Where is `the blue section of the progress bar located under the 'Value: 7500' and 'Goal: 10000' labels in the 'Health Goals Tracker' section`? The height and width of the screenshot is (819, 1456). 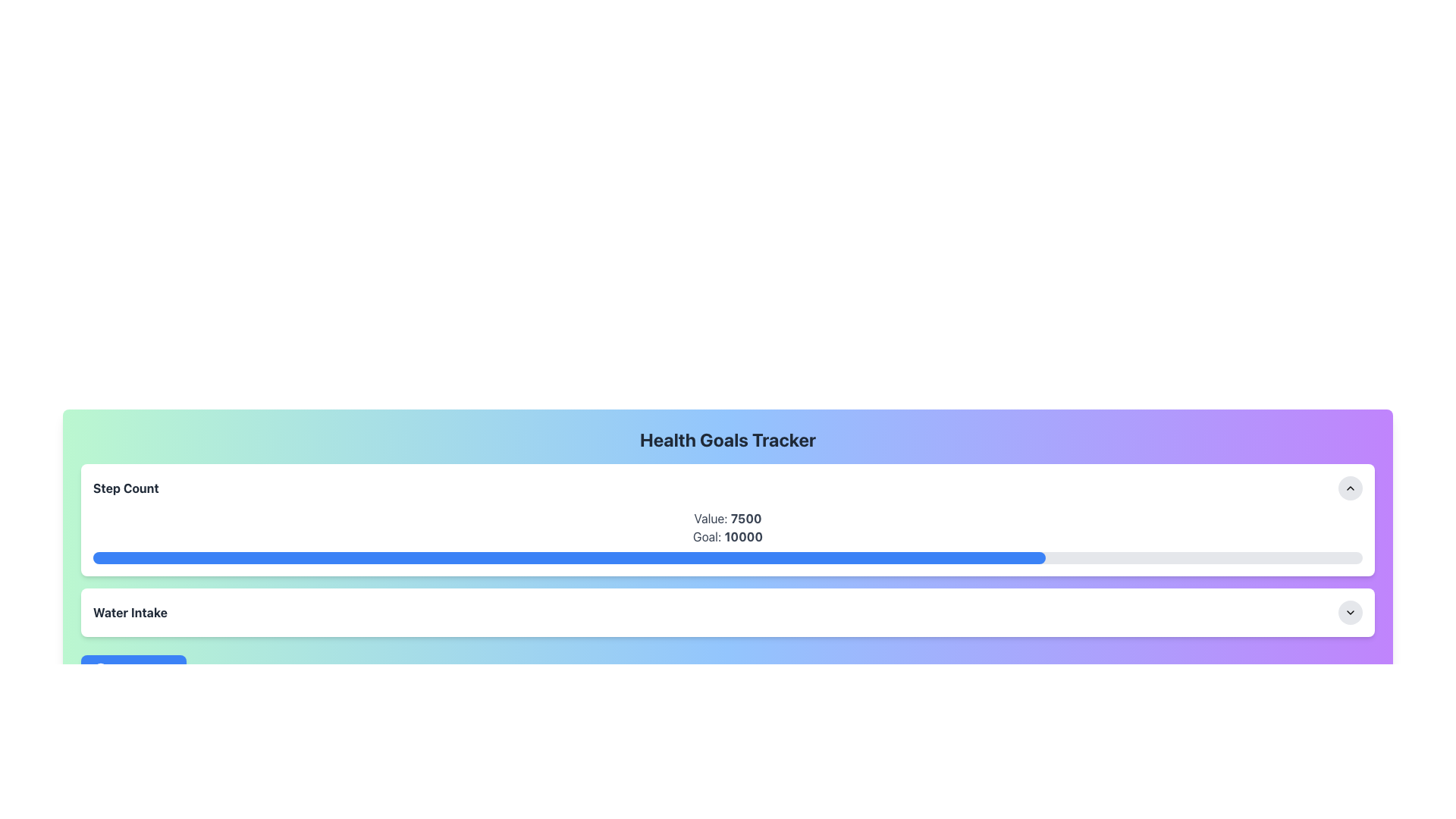 the blue section of the progress bar located under the 'Value: 7500' and 'Goal: 10000' labels in the 'Health Goals Tracker' section is located at coordinates (728, 558).